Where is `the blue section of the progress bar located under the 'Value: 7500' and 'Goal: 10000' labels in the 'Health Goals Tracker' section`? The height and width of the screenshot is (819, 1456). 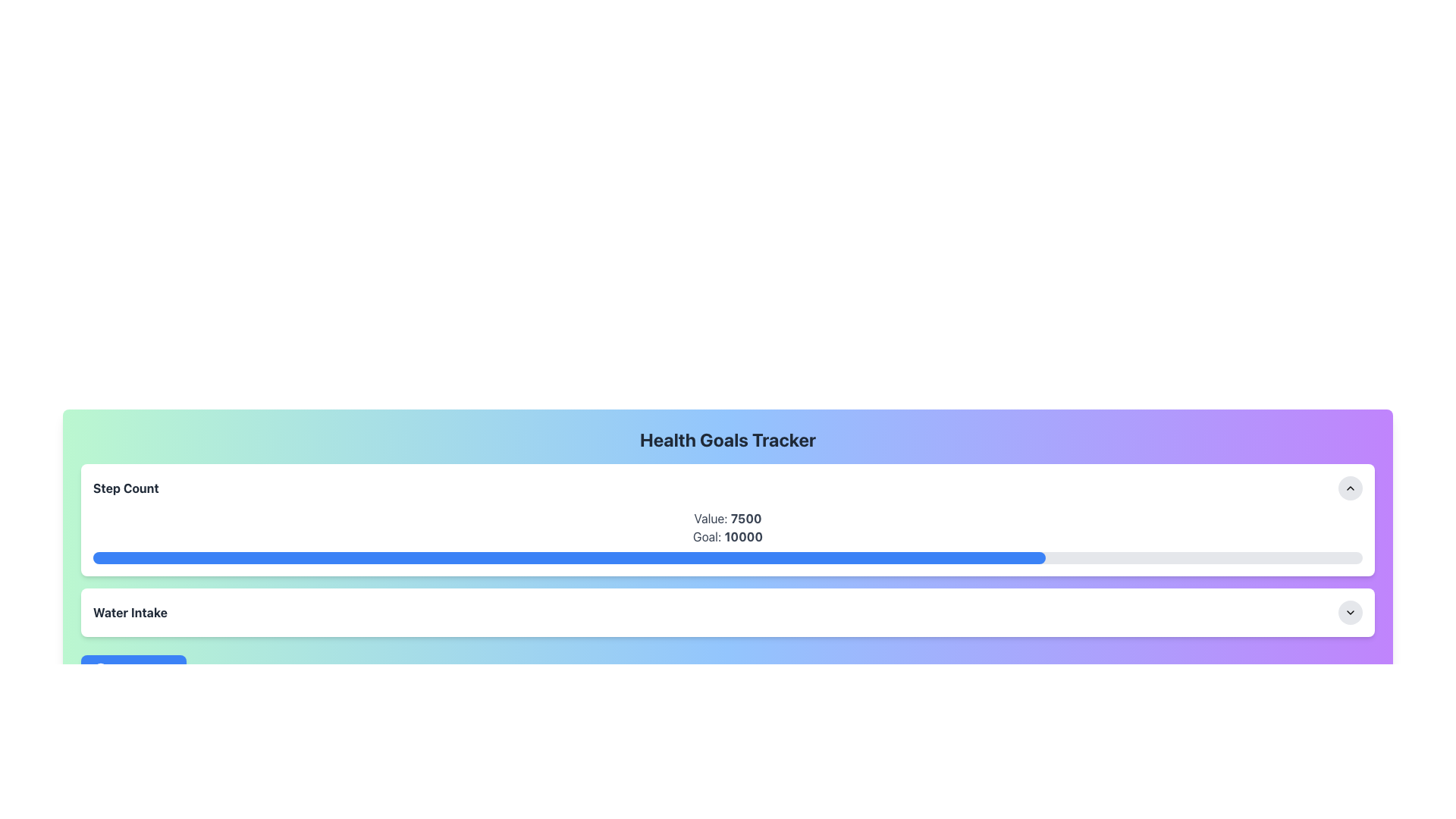 the blue section of the progress bar located under the 'Value: 7500' and 'Goal: 10000' labels in the 'Health Goals Tracker' section is located at coordinates (728, 558).